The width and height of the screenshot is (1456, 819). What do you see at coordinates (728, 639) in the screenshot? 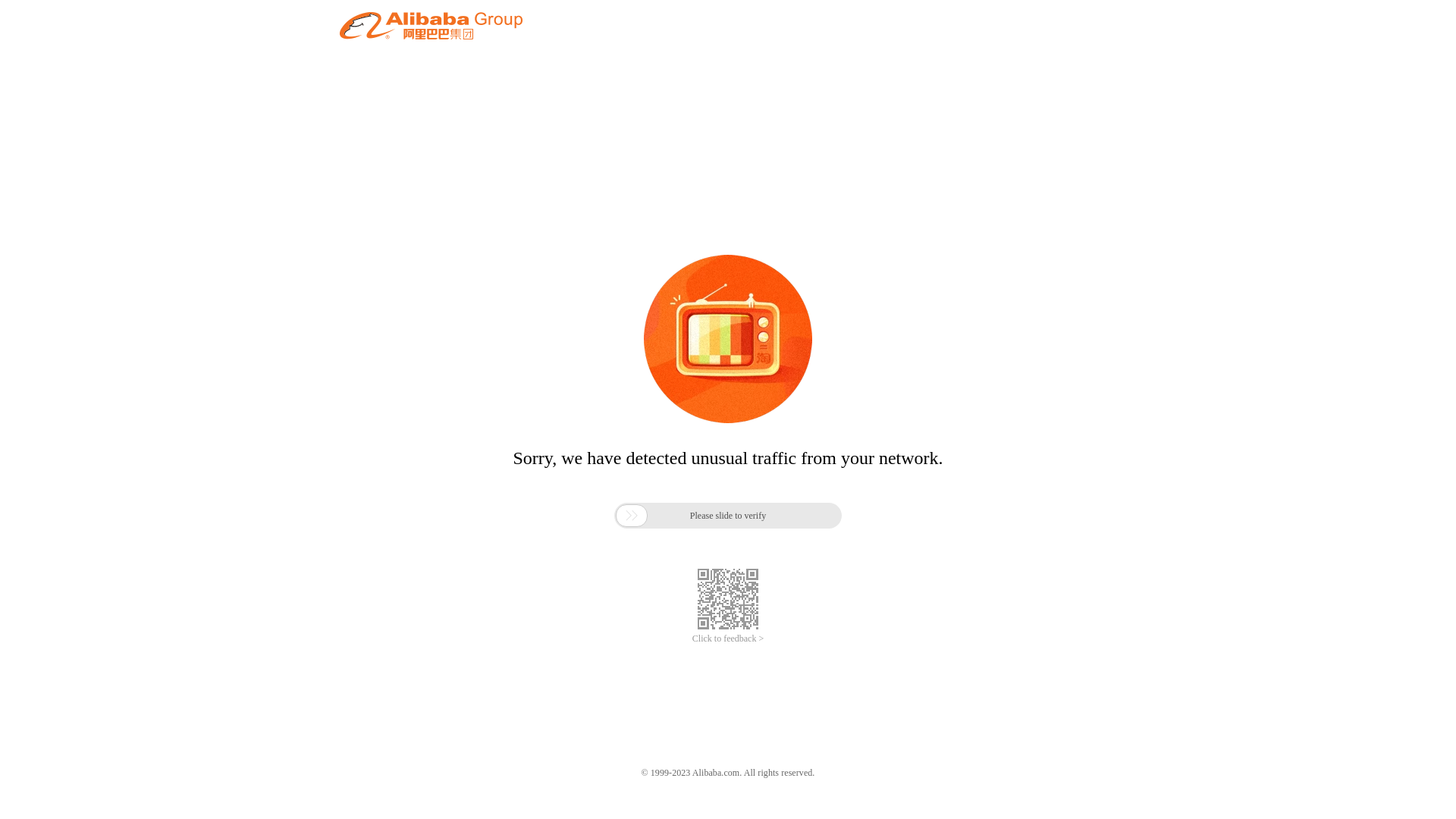
I see `'Click to feedback >'` at bounding box center [728, 639].